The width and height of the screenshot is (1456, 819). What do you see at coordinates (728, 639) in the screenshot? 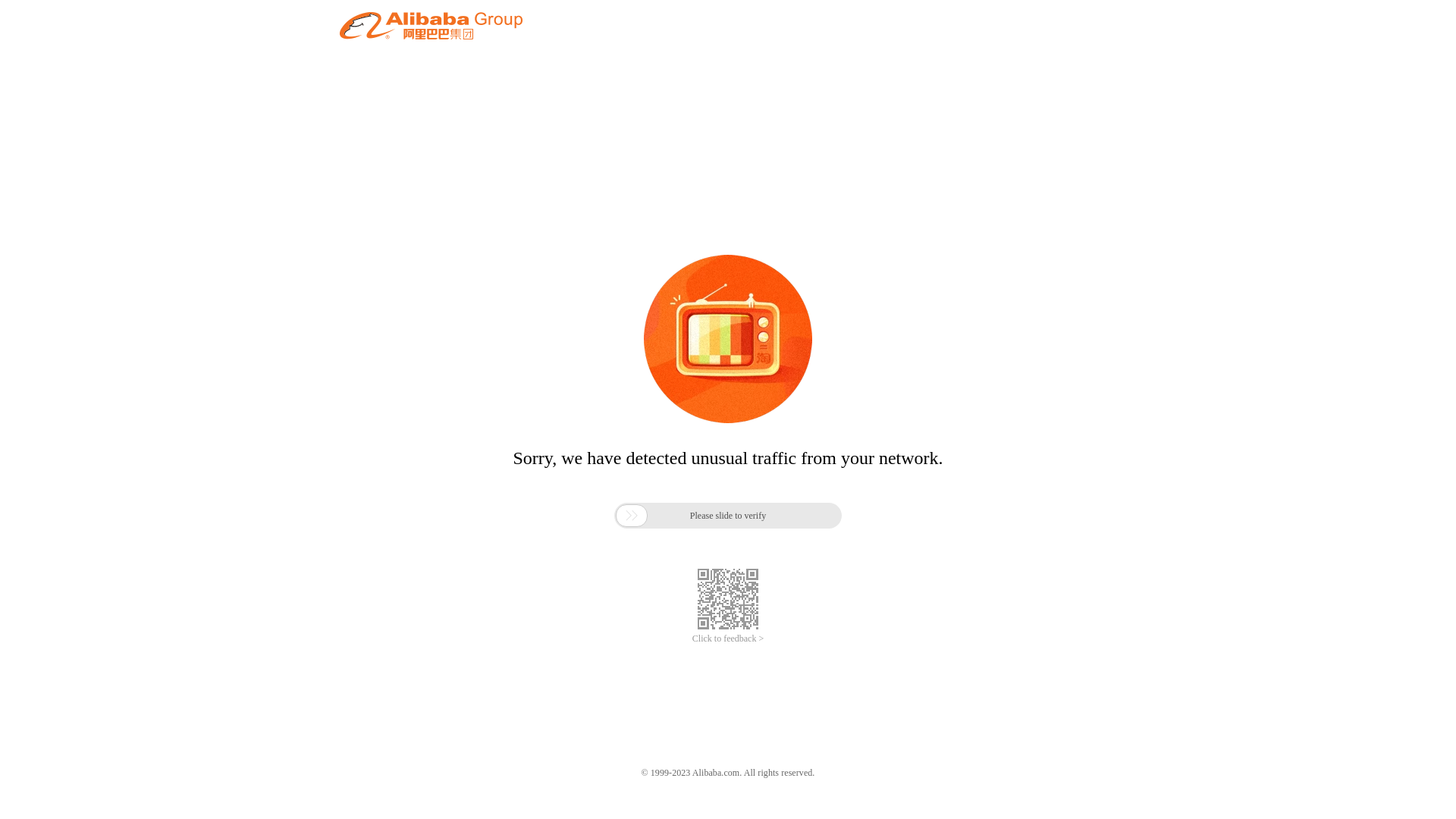
I see `'Click to feedback >'` at bounding box center [728, 639].